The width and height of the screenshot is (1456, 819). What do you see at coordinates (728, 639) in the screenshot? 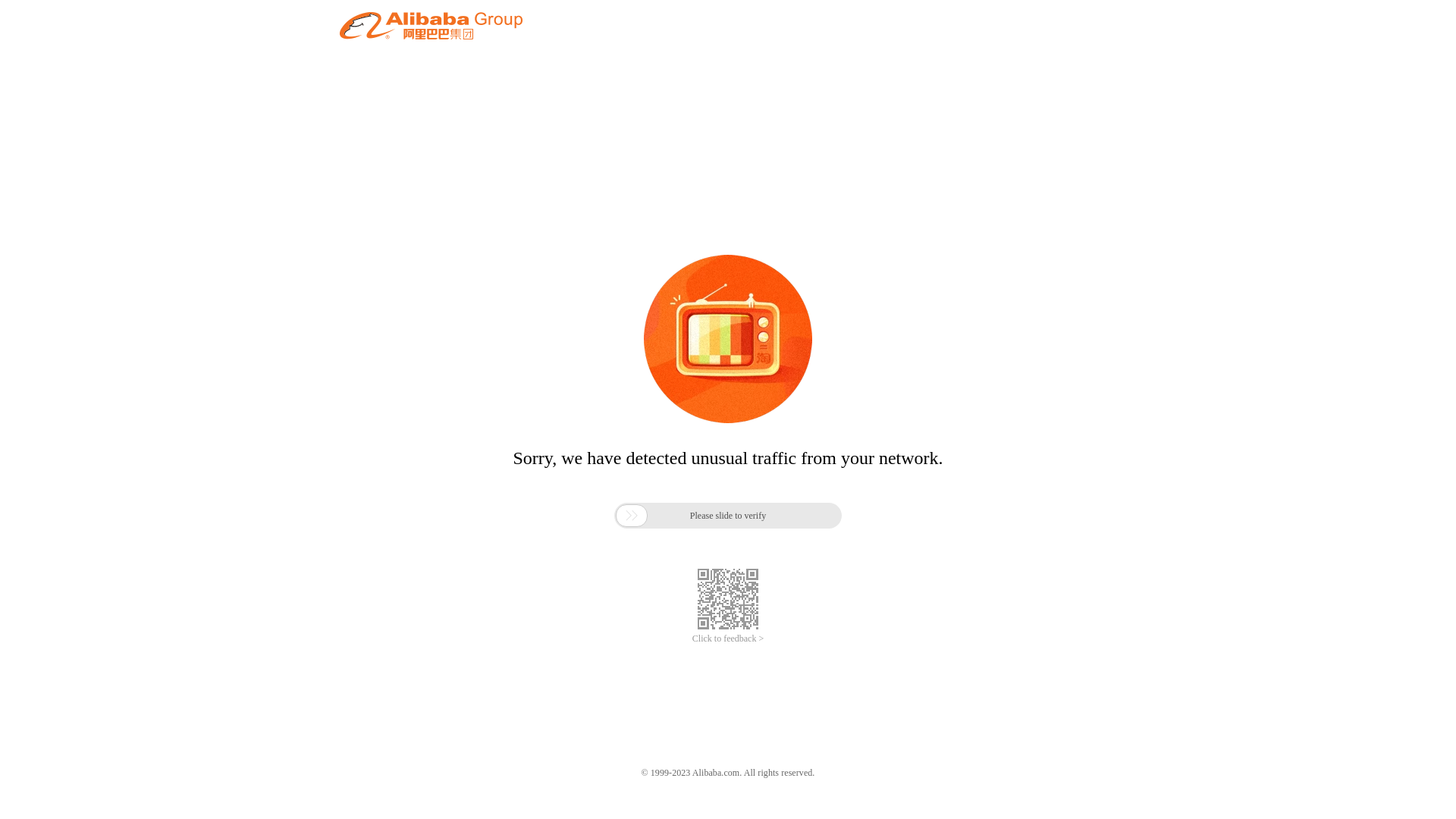
I see `'Click to feedback >'` at bounding box center [728, 639].